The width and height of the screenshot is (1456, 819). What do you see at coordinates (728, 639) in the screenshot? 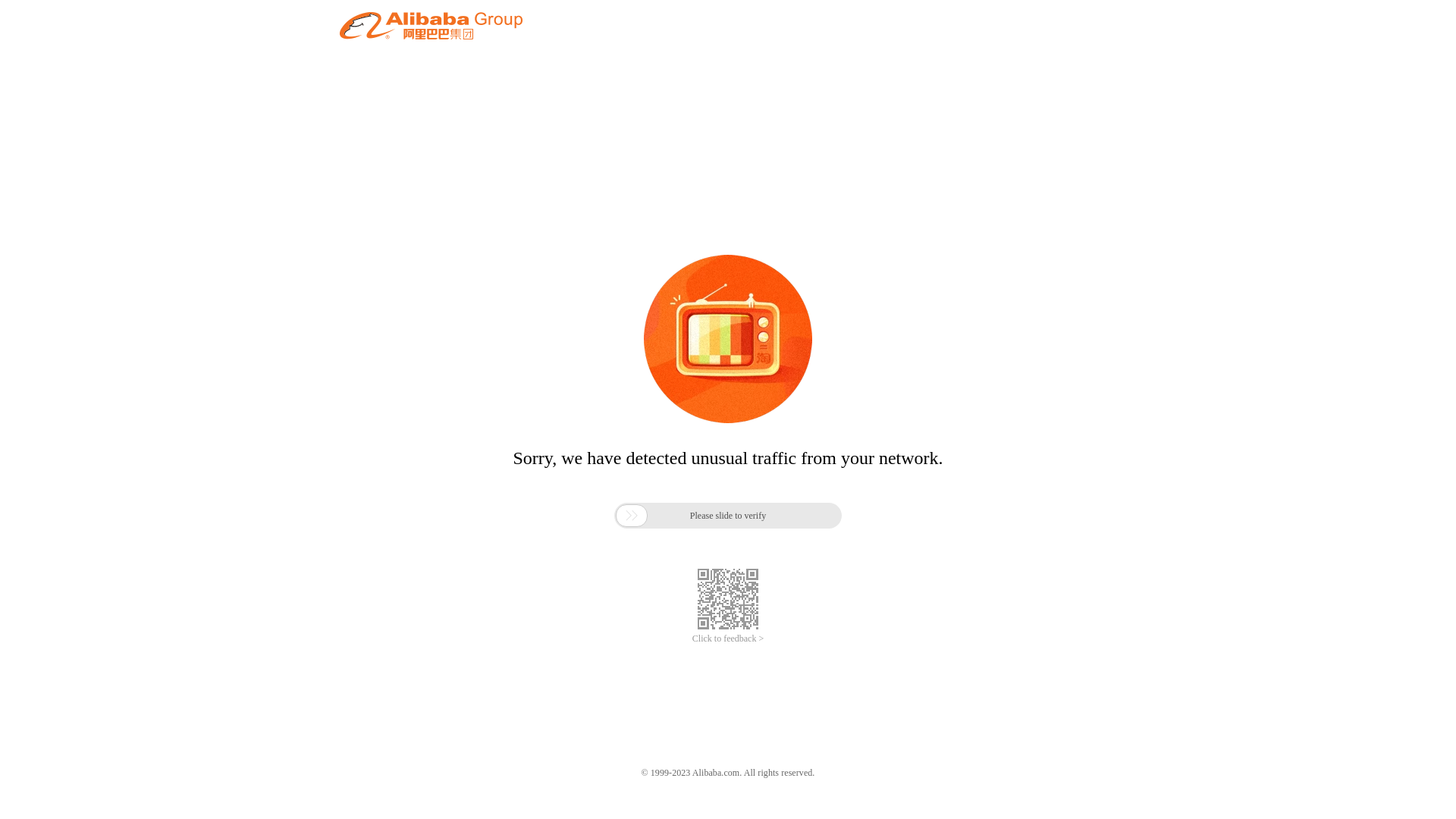
I see `'Click to feedback >'` at bounding box center [728, 639].